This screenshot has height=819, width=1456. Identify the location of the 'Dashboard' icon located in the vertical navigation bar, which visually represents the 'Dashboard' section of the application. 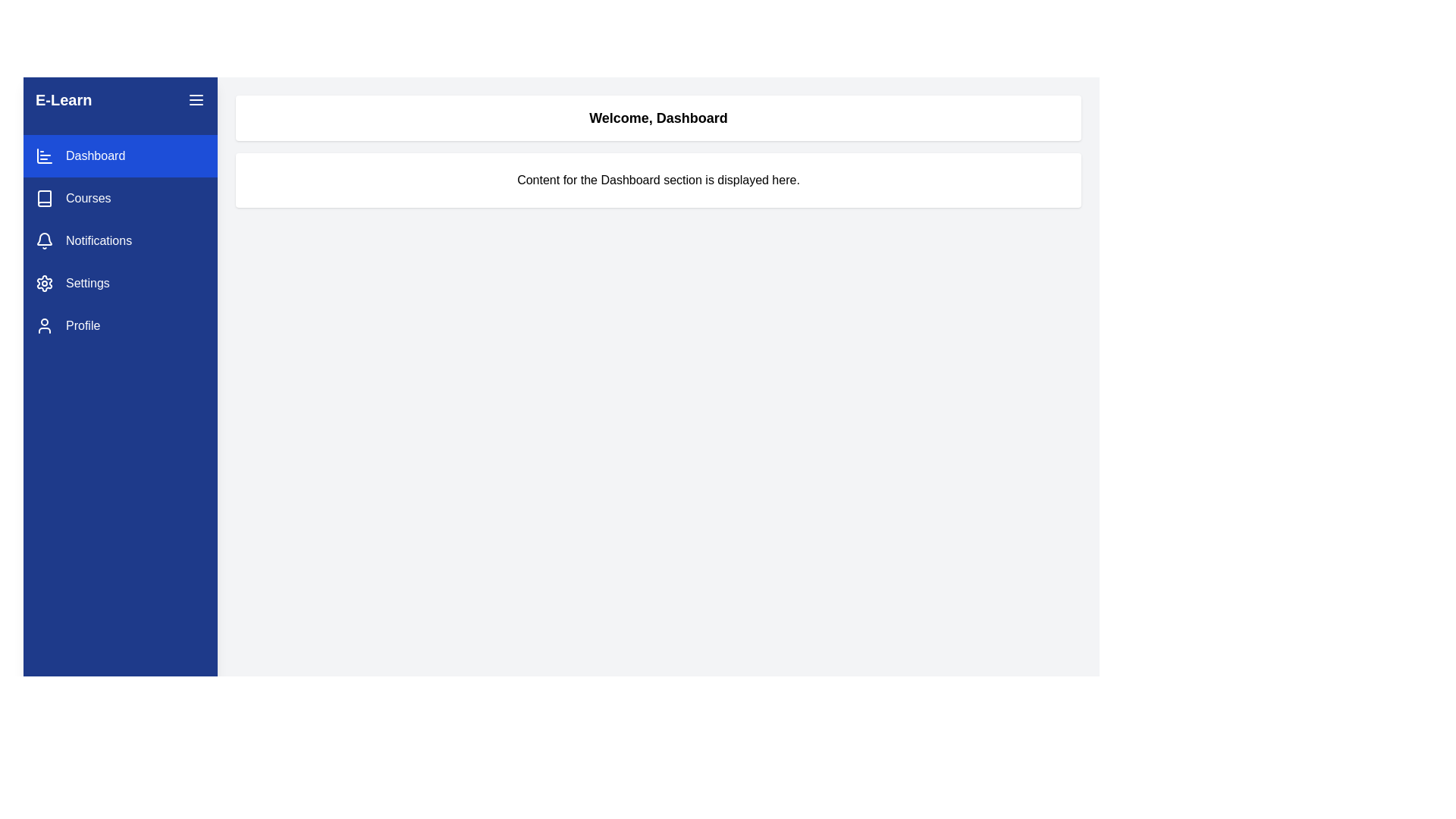
(44, 155).